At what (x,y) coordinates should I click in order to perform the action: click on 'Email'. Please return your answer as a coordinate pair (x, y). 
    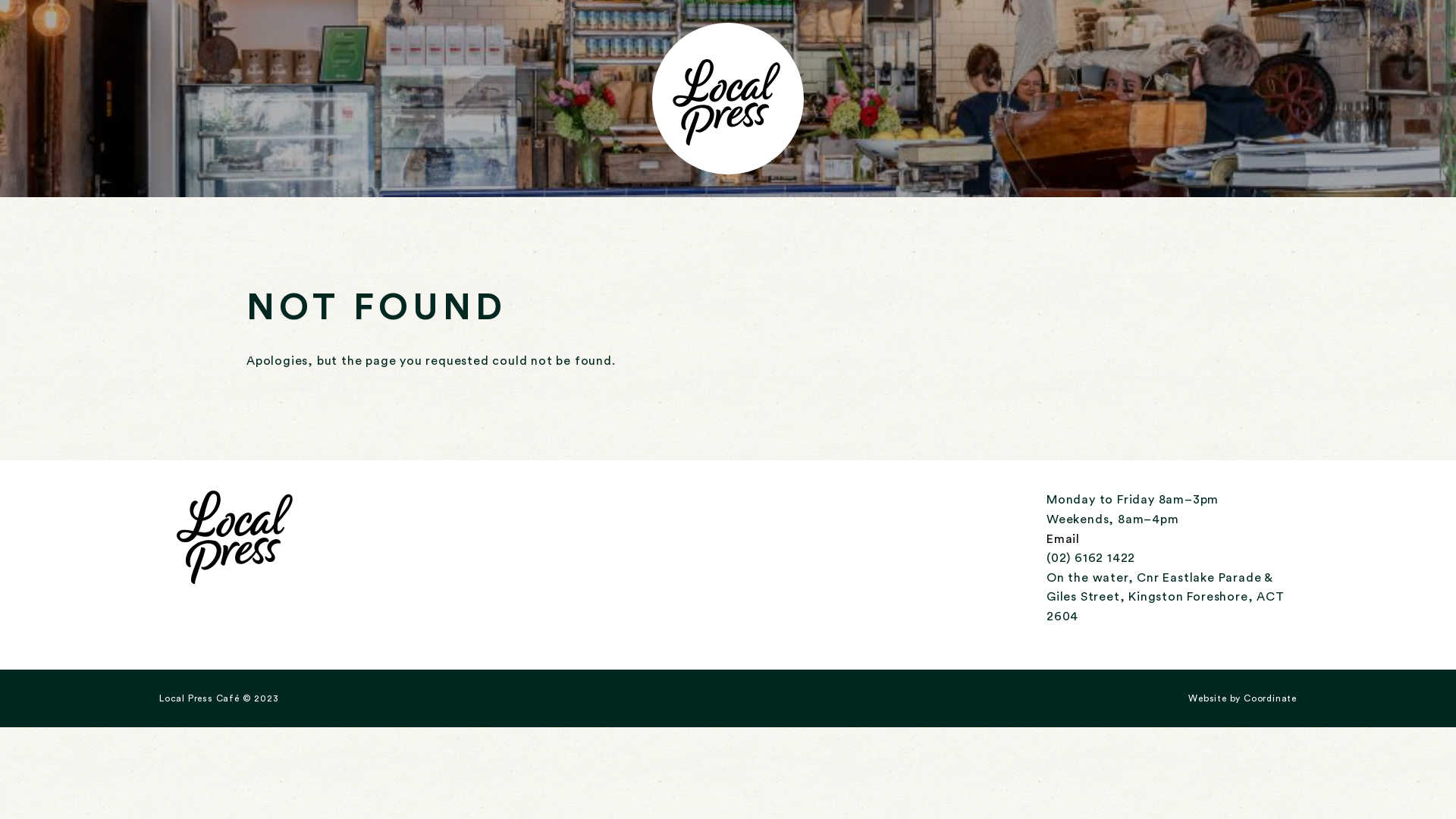
    Looking at the image, I should click on (1062, 538).